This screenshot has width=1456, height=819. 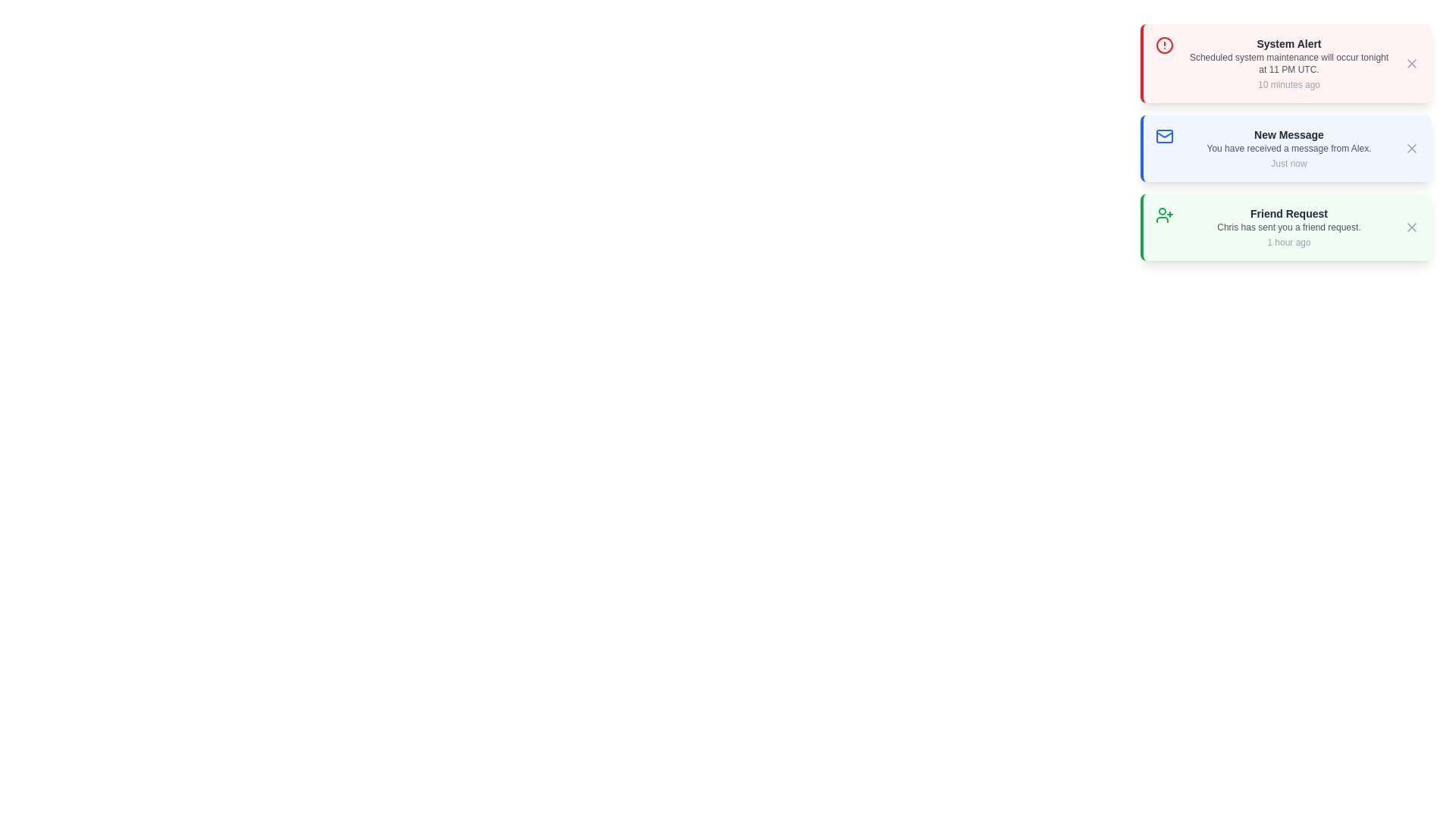 What do you see at coordinates (1288, 213) in the screenshot?
I see `the text label displaying 'Friend Request', which is styled in bold, small dark gray font, located at the top part of the notification panel with a light green background` at bounding box center [1288, 213].